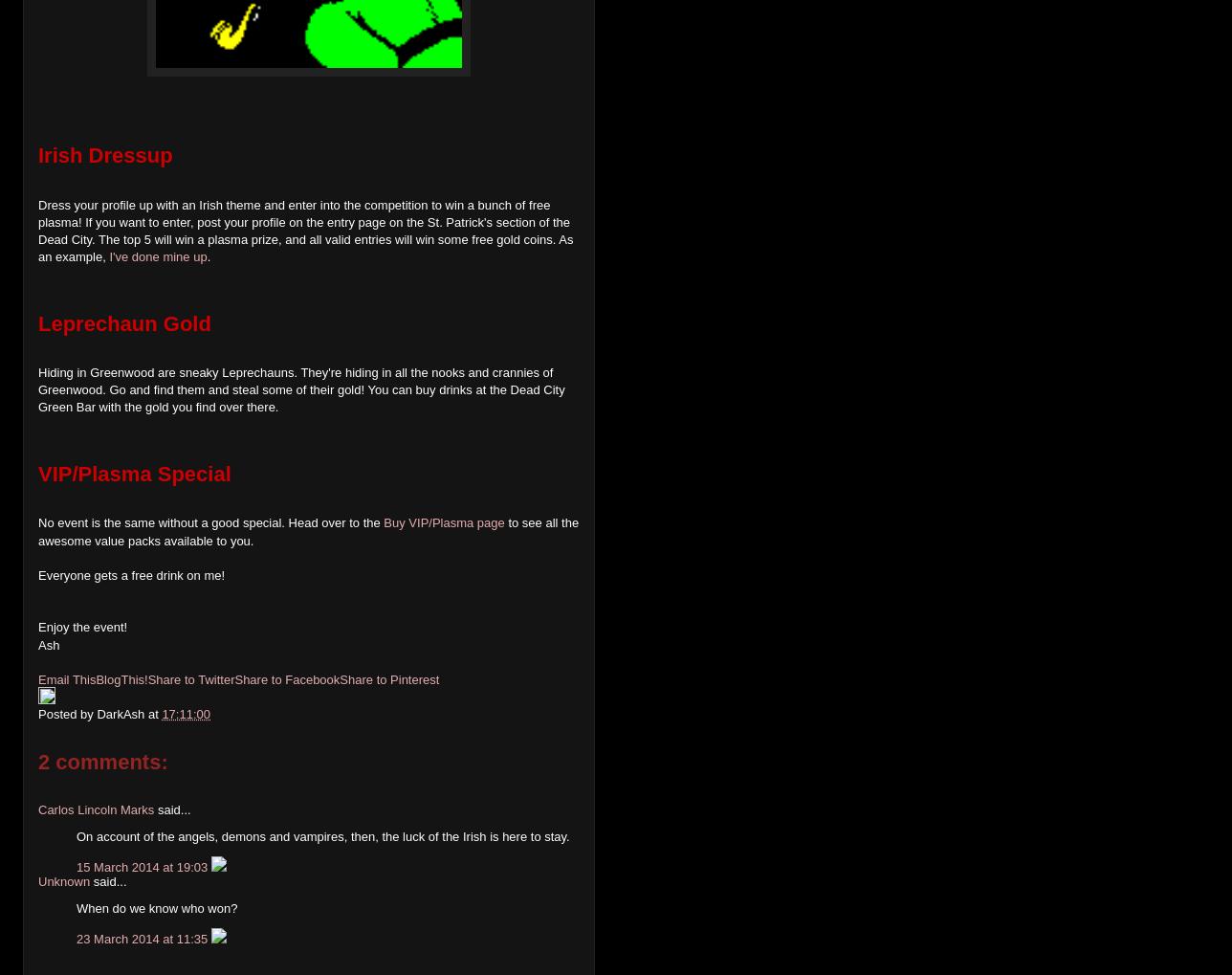  What do you see at coordinates (301, 388) in the screenshot?
I see `'Hiding in Greenwood are sneaky Leprechauns. They're hiding in all the nooks and crannies of Greenwood. Go and find them and steal some of their gold! You can buy drinks at the Dead City Green Bar with the gold you find over there.'` at bounding box center [301, 388].